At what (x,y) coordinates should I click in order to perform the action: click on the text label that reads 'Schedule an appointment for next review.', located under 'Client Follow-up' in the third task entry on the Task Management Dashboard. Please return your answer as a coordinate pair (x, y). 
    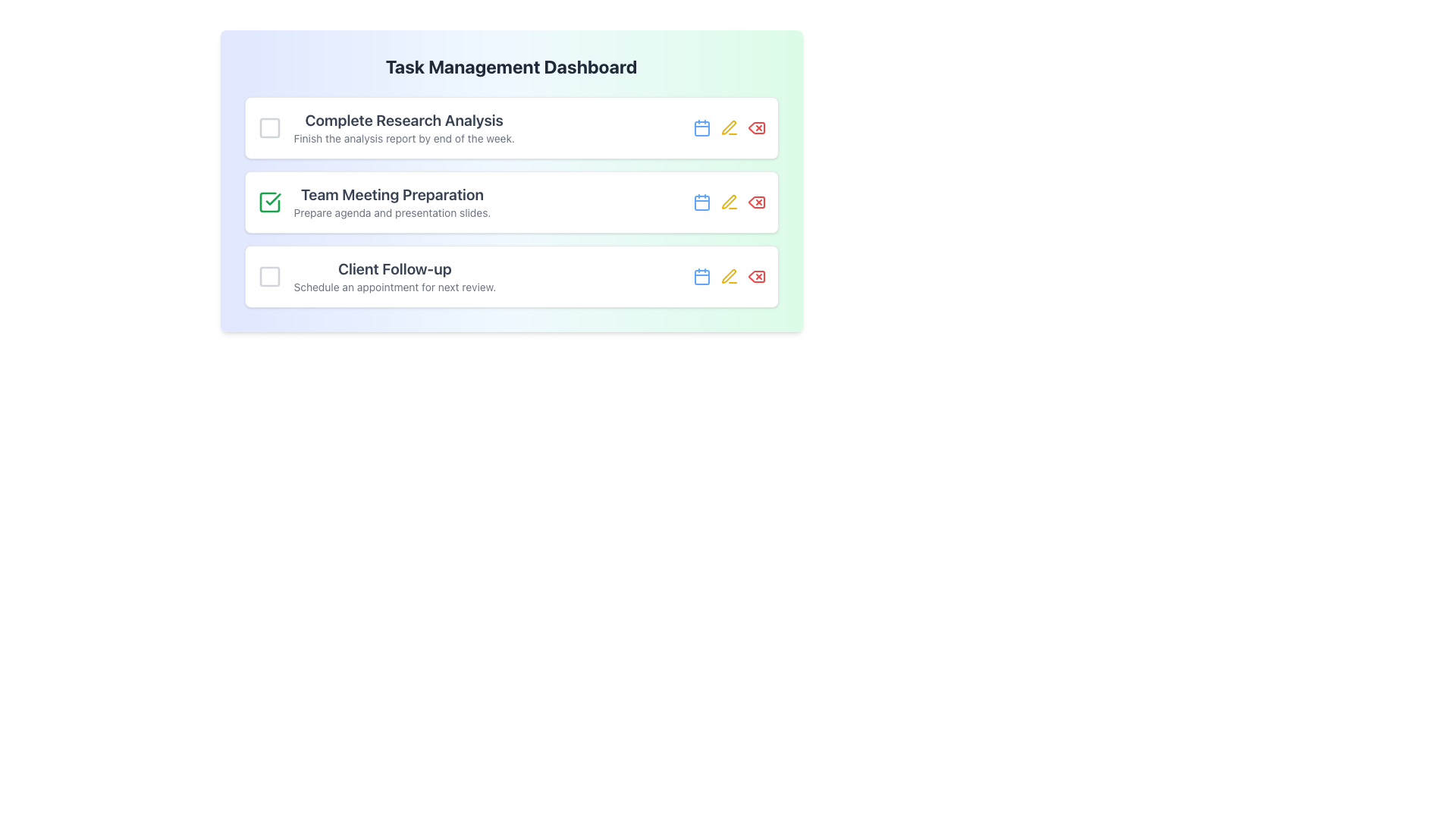
    Looking at the image, I should click on (394, 287).